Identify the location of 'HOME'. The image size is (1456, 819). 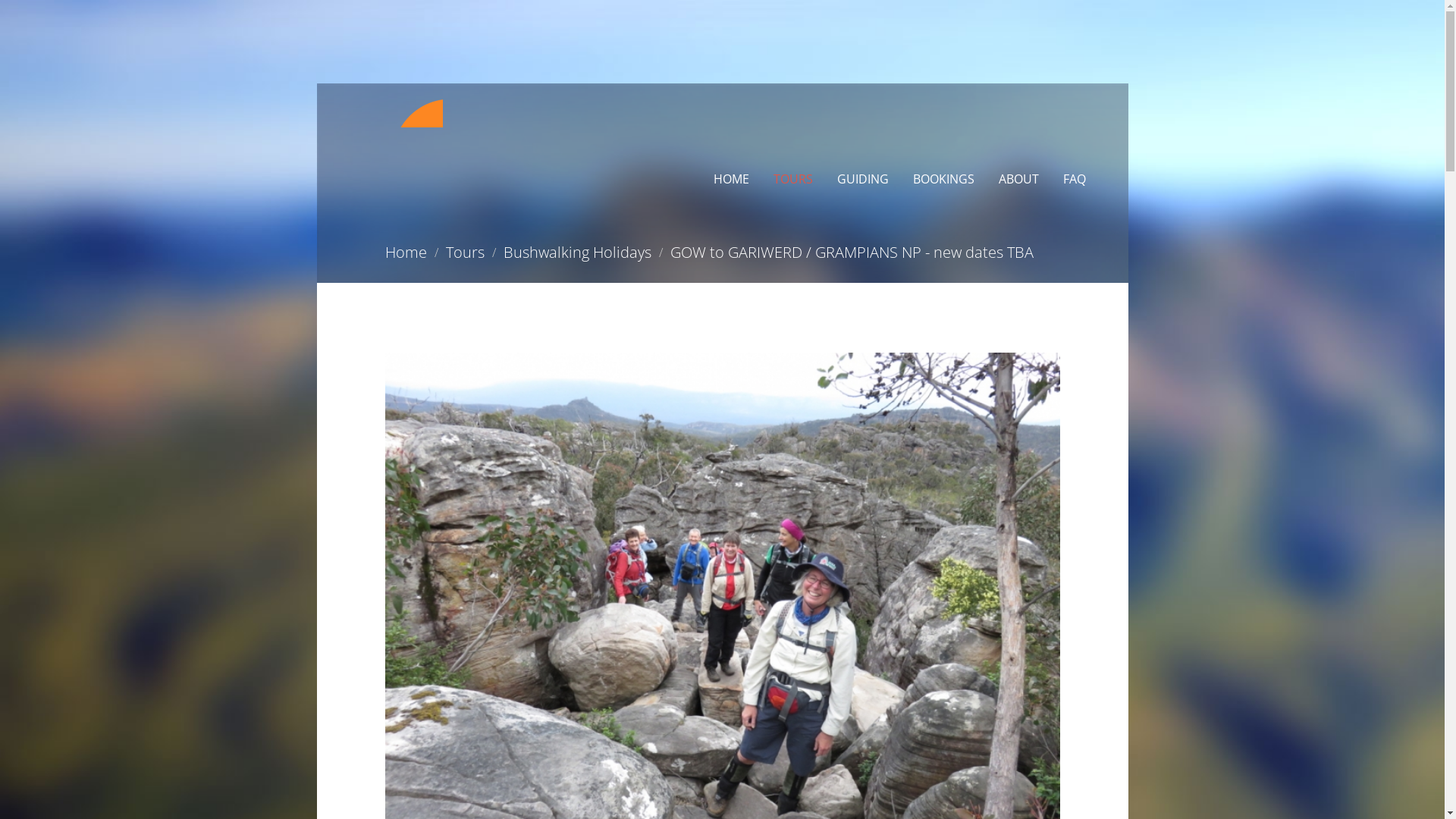
(730, 177).